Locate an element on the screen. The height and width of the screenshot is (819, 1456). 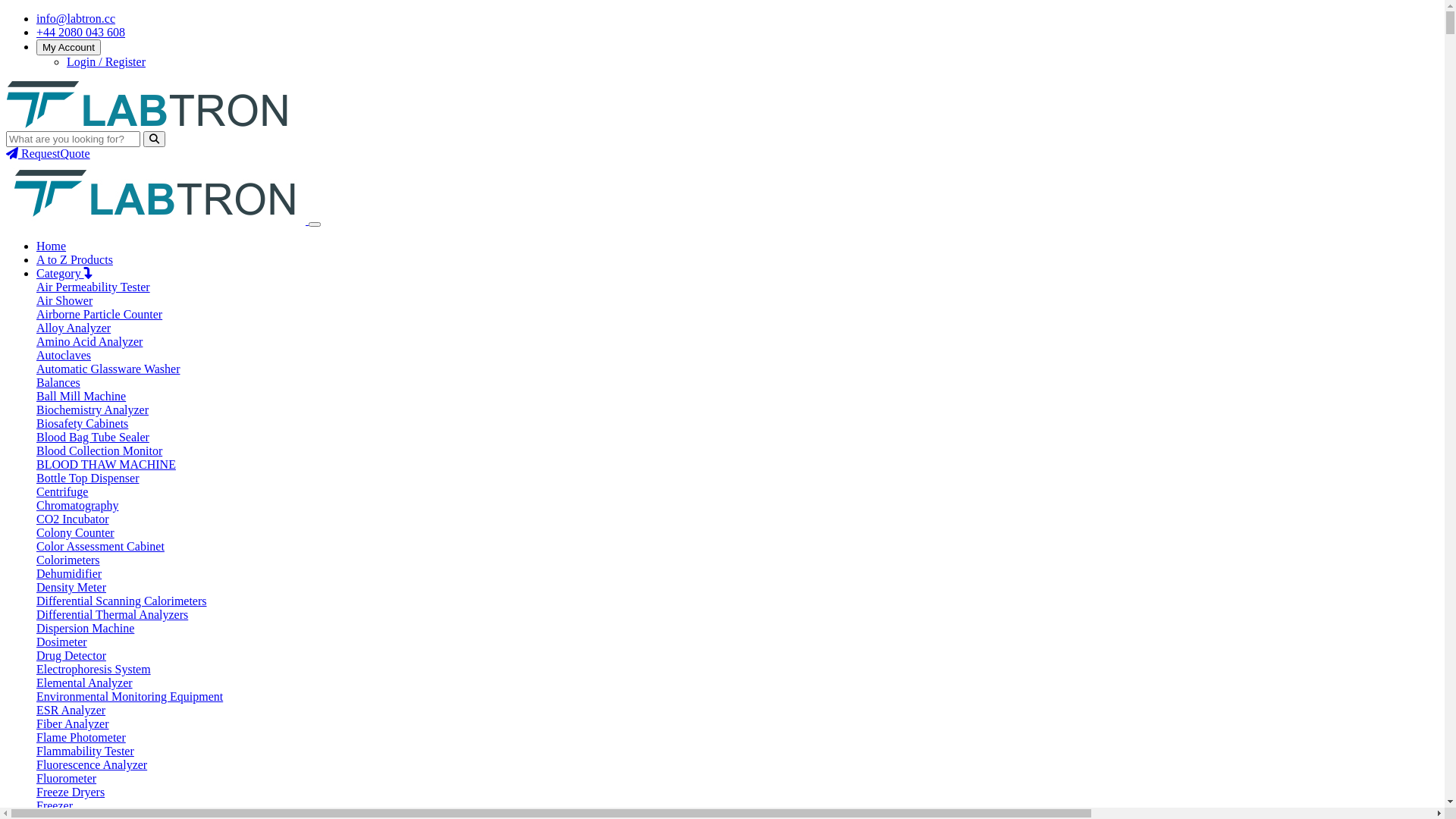
'Fiber Analyzer' is located at coordinates (72, 723).